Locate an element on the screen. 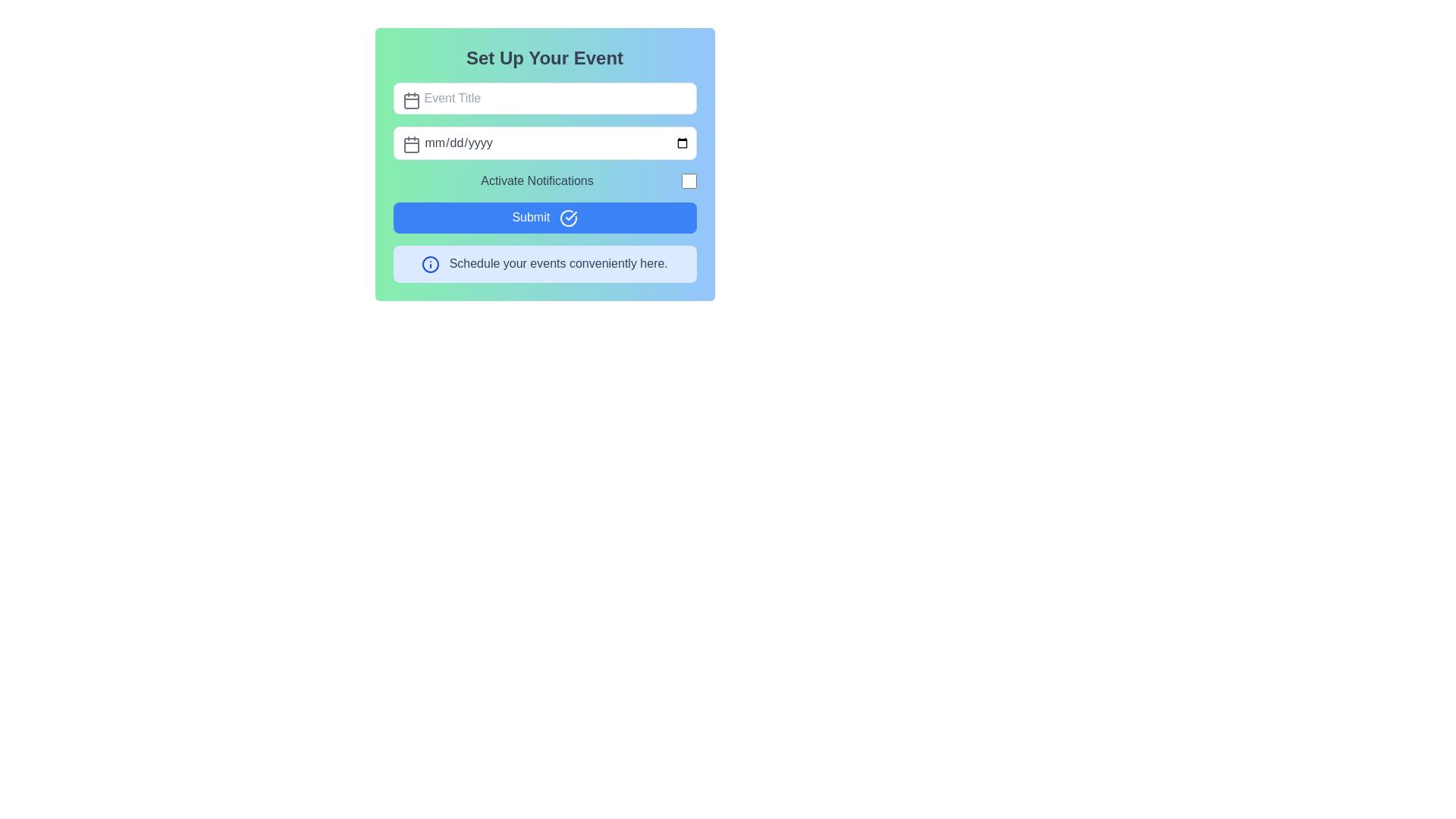  the informational text box with an icon that provides instructions for event scheduling, located centrally below the 'Submit' button is located at coordinates (544, 263).